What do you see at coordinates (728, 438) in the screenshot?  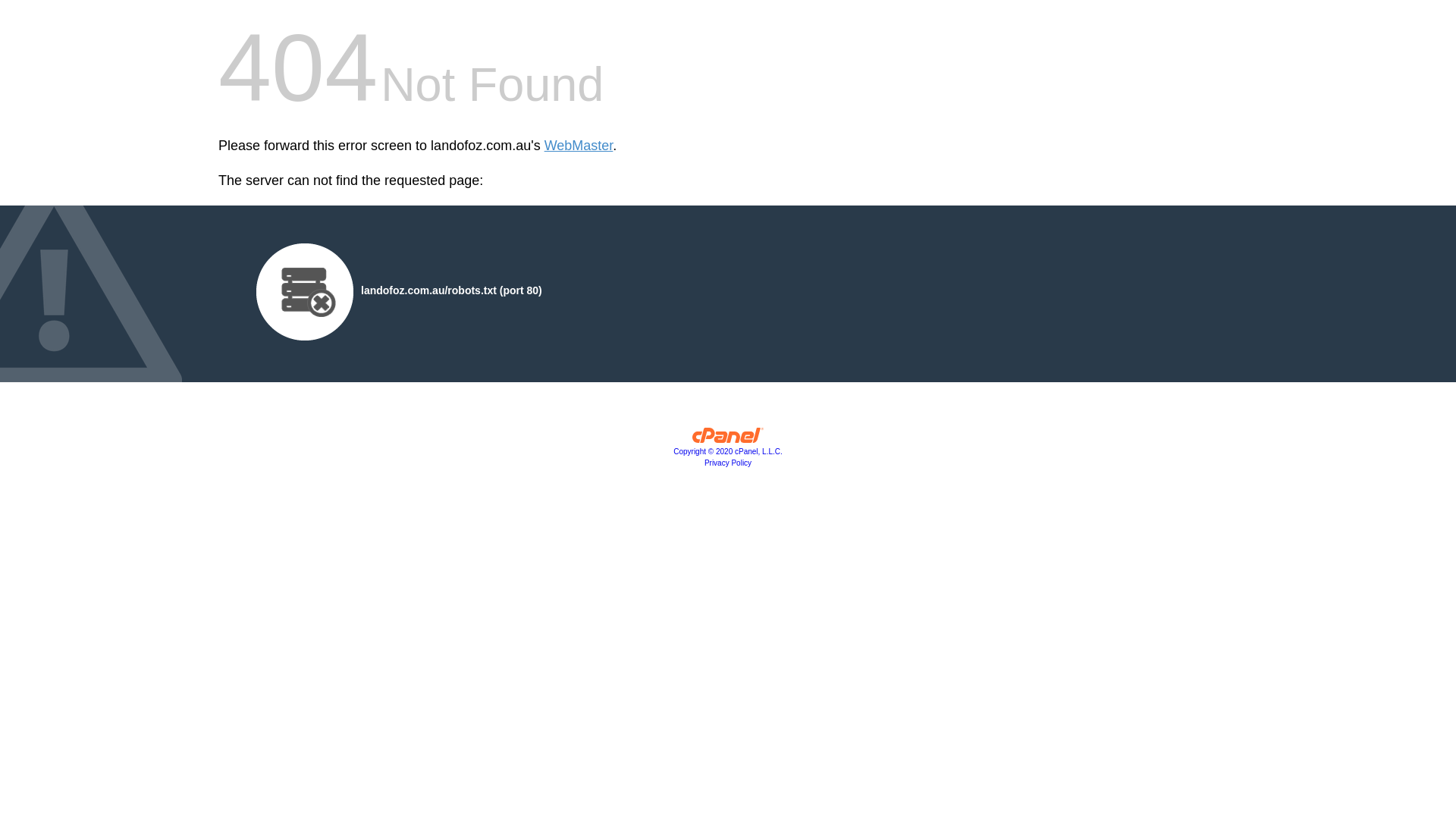 I see `'cPanel, Inc.'` at bounding box center [728, 438].